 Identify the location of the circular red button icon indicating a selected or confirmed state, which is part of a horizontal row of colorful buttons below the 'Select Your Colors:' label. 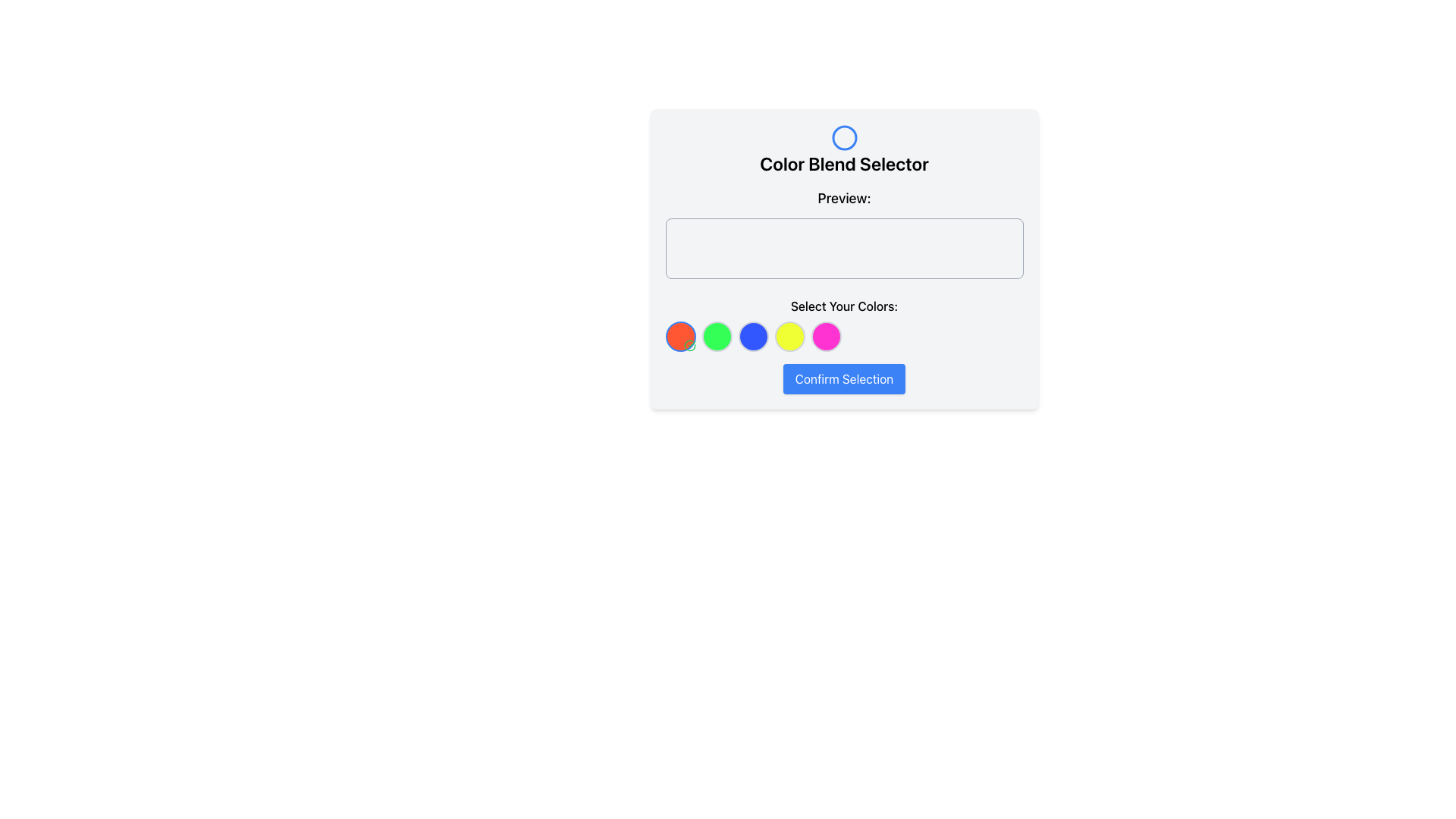
(689, 345).